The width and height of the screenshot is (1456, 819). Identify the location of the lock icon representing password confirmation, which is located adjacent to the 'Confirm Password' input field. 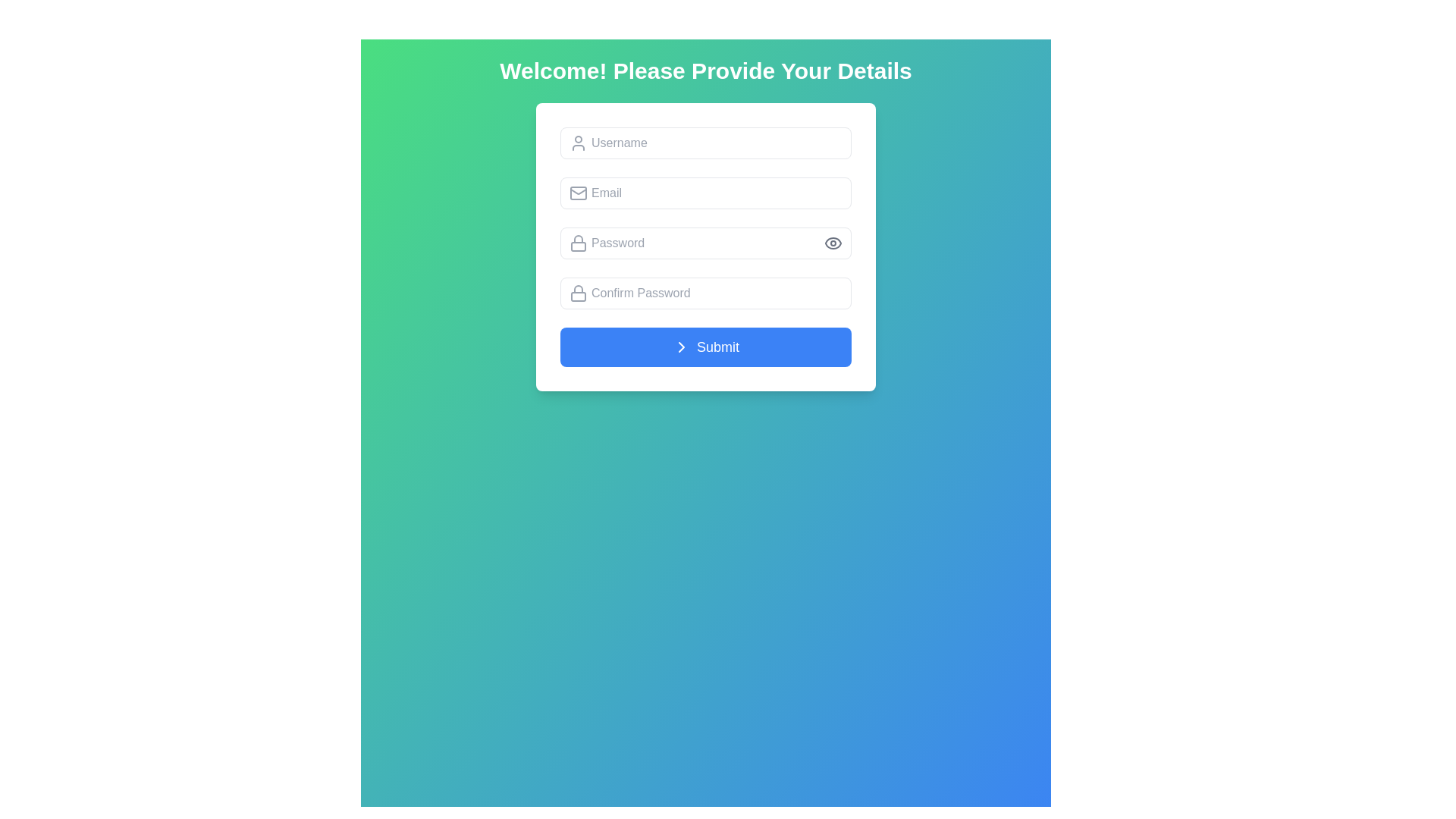
(578, 289).